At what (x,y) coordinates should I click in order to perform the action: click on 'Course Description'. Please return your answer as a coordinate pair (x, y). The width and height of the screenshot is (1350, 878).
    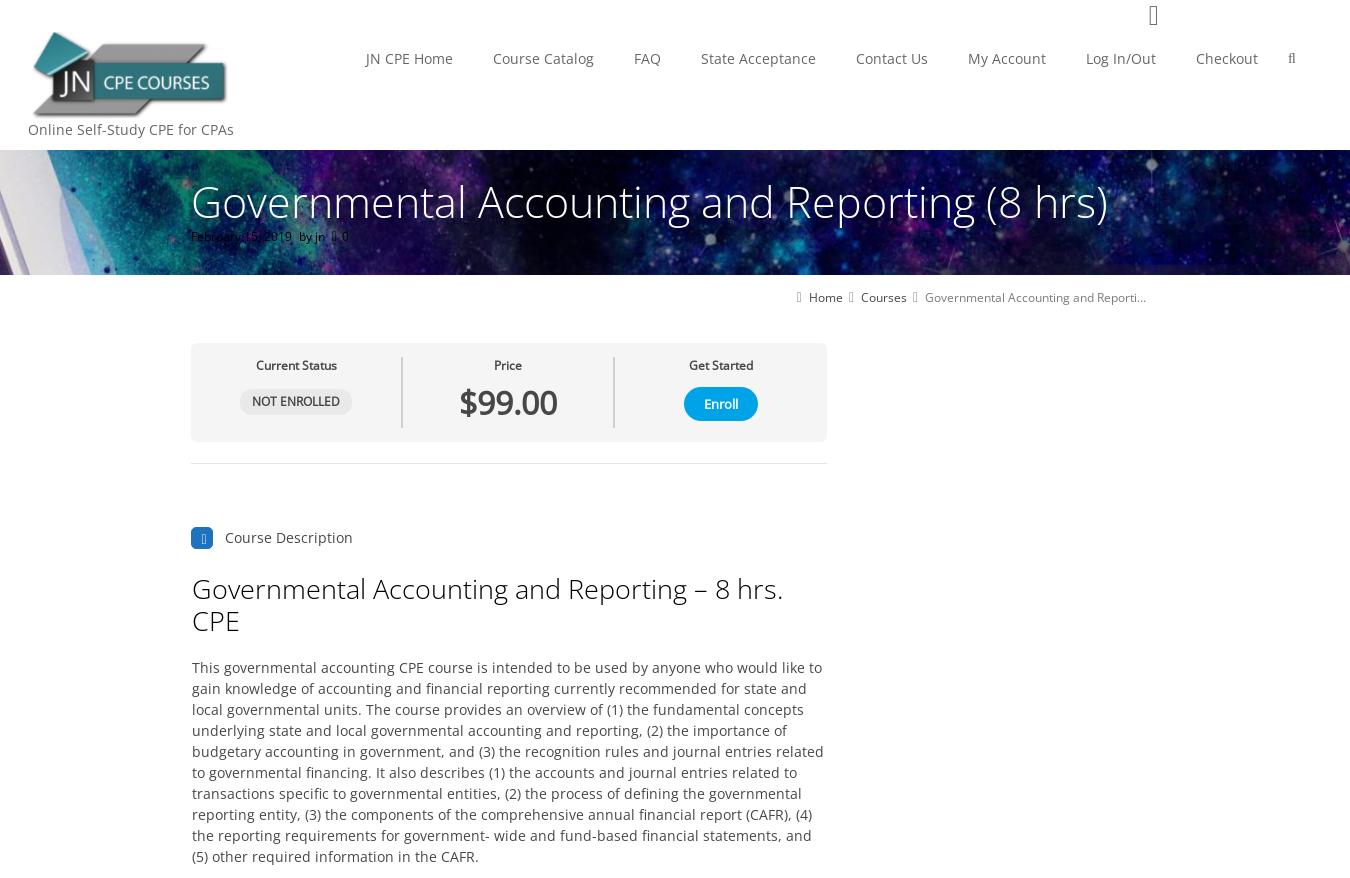
    Looking at the image, I should click on (288, 536).